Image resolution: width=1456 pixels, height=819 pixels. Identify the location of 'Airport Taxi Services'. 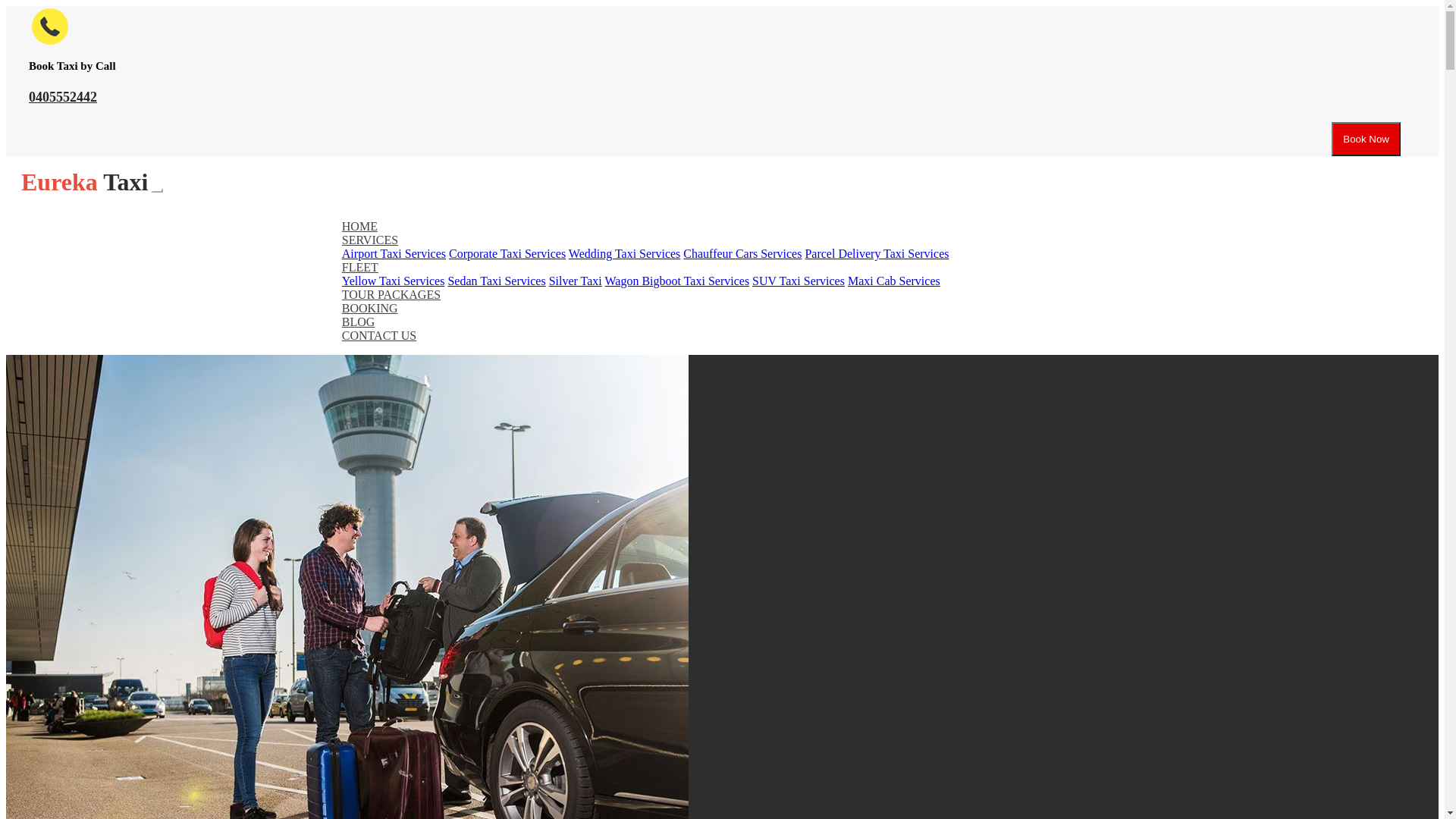
(394, 253).